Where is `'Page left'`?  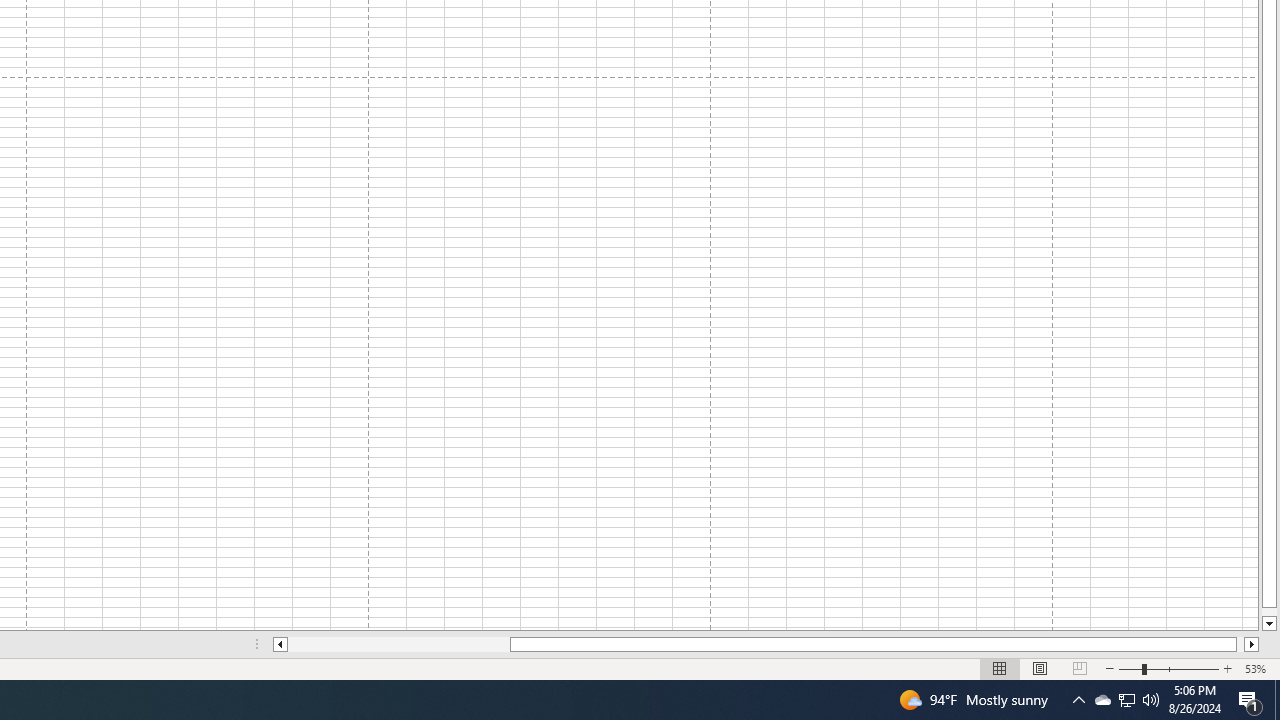
'Page left' is located at coordinates (398, 644).